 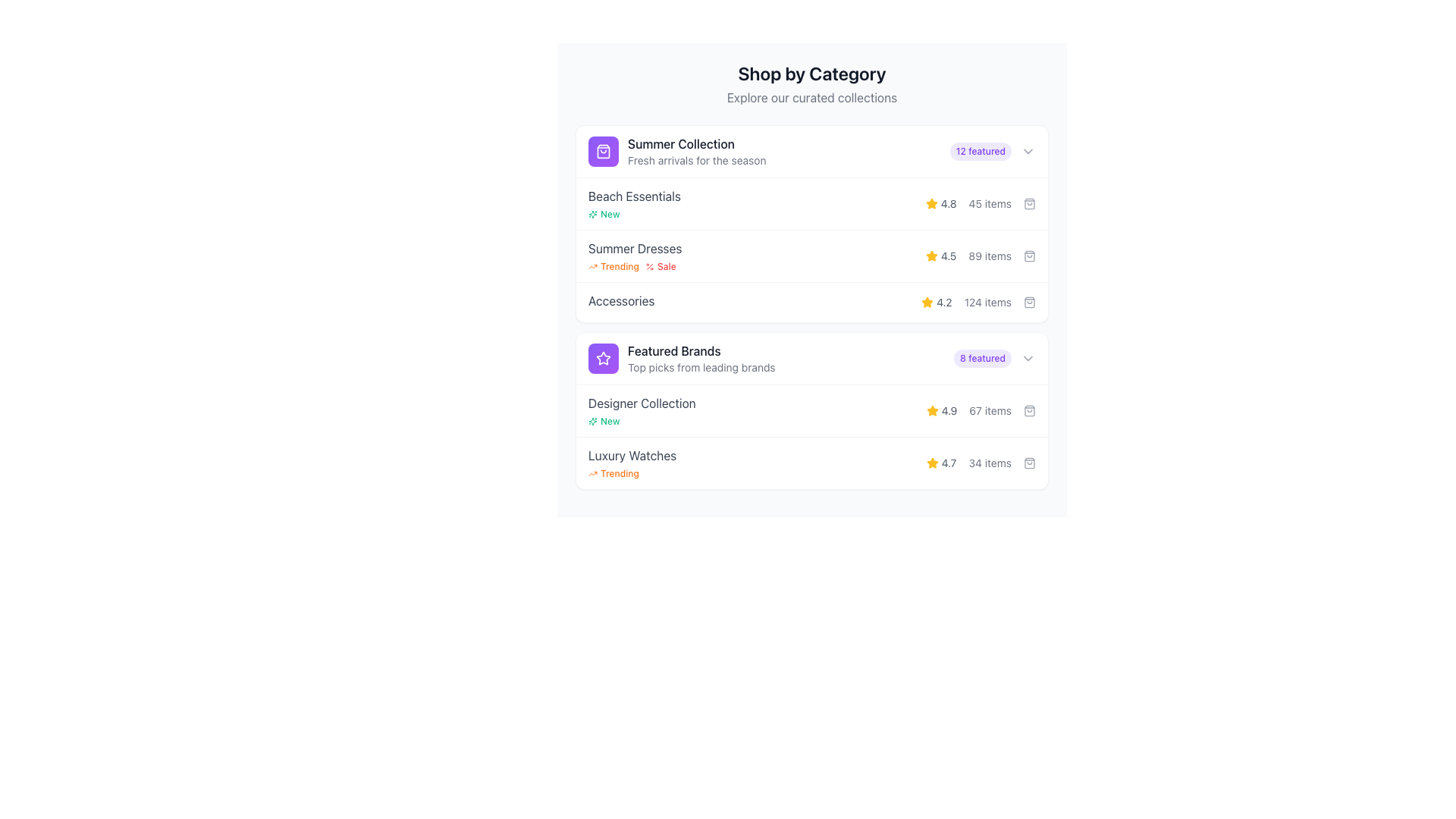 I want to click on the numeric text label displaying '4.8', which is styled in gray and located to the right of an amber star icon, indicating a rating system, so click(x=948, y=203).